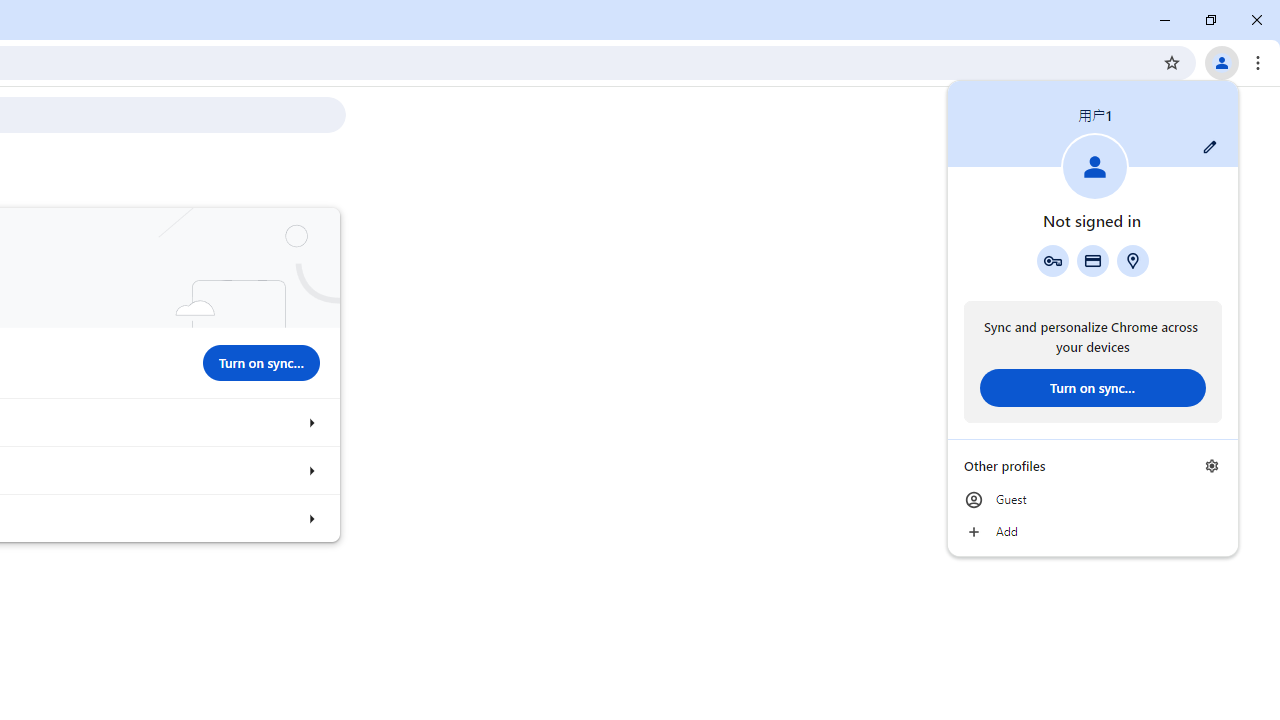  I want to click on 'Guest', so click(1092, 499).